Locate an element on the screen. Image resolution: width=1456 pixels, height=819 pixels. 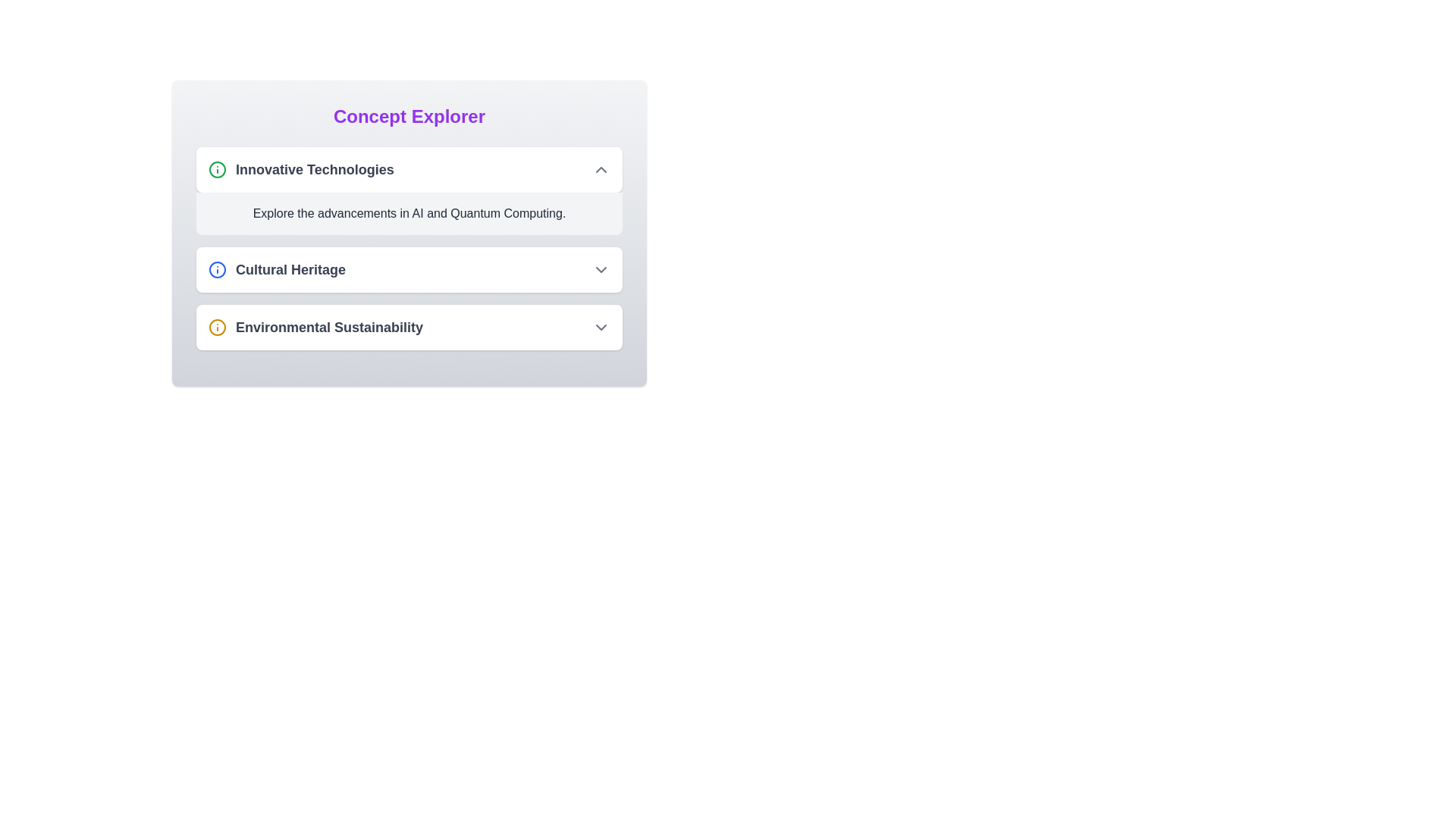
the title text display element that serves as a heading for the section, located centrally near the top of the interface above 'Innovative Technologies', 'Cultural Heritage', and 'Environmental Sustainability' is located at coordinates (409, 116).